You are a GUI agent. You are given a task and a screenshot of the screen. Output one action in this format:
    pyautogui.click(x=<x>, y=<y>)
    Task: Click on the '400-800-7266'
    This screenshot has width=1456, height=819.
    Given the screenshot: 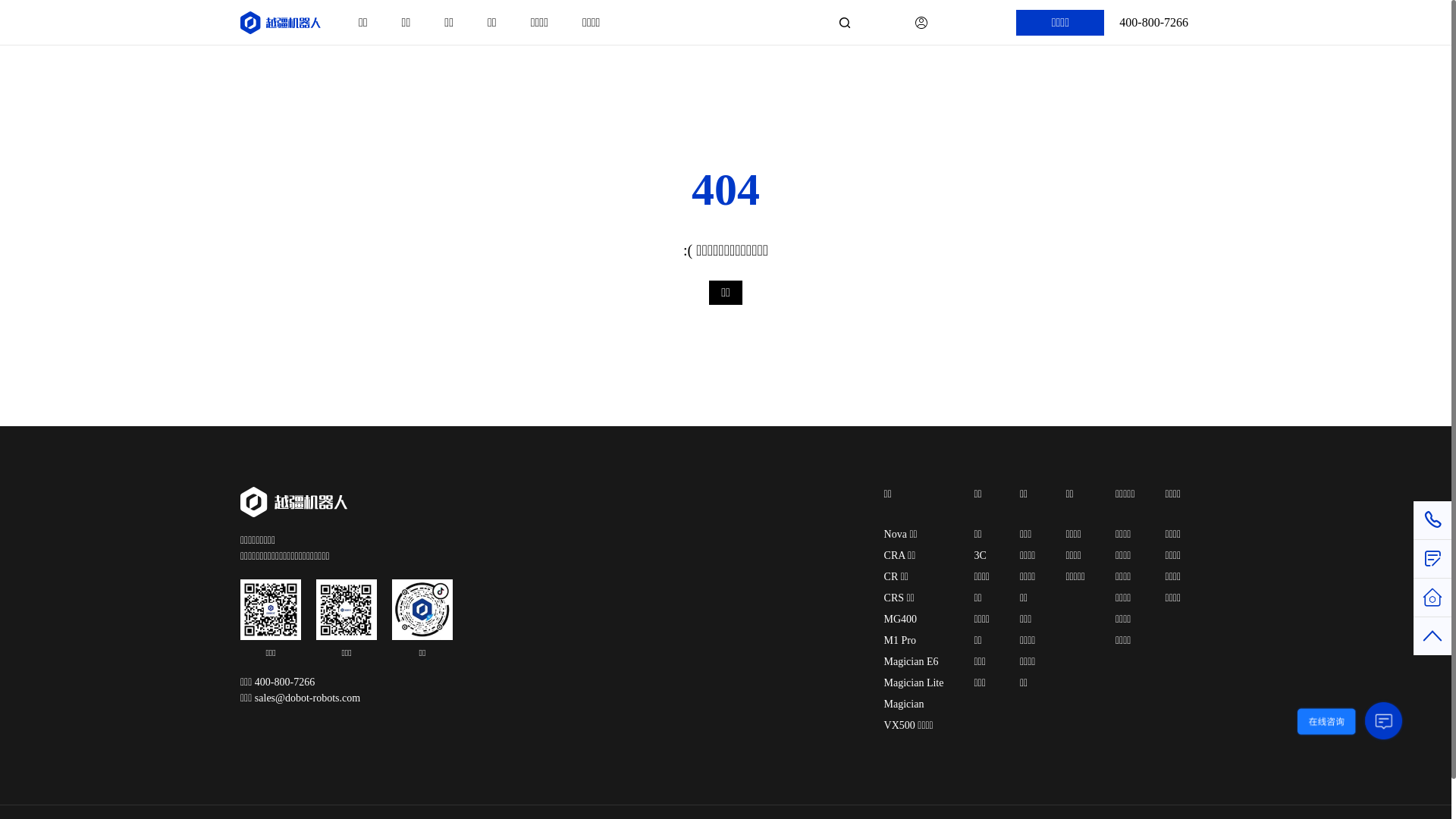 What is the action you would take?
    pyautogui.click(x=1153, y=23)
    